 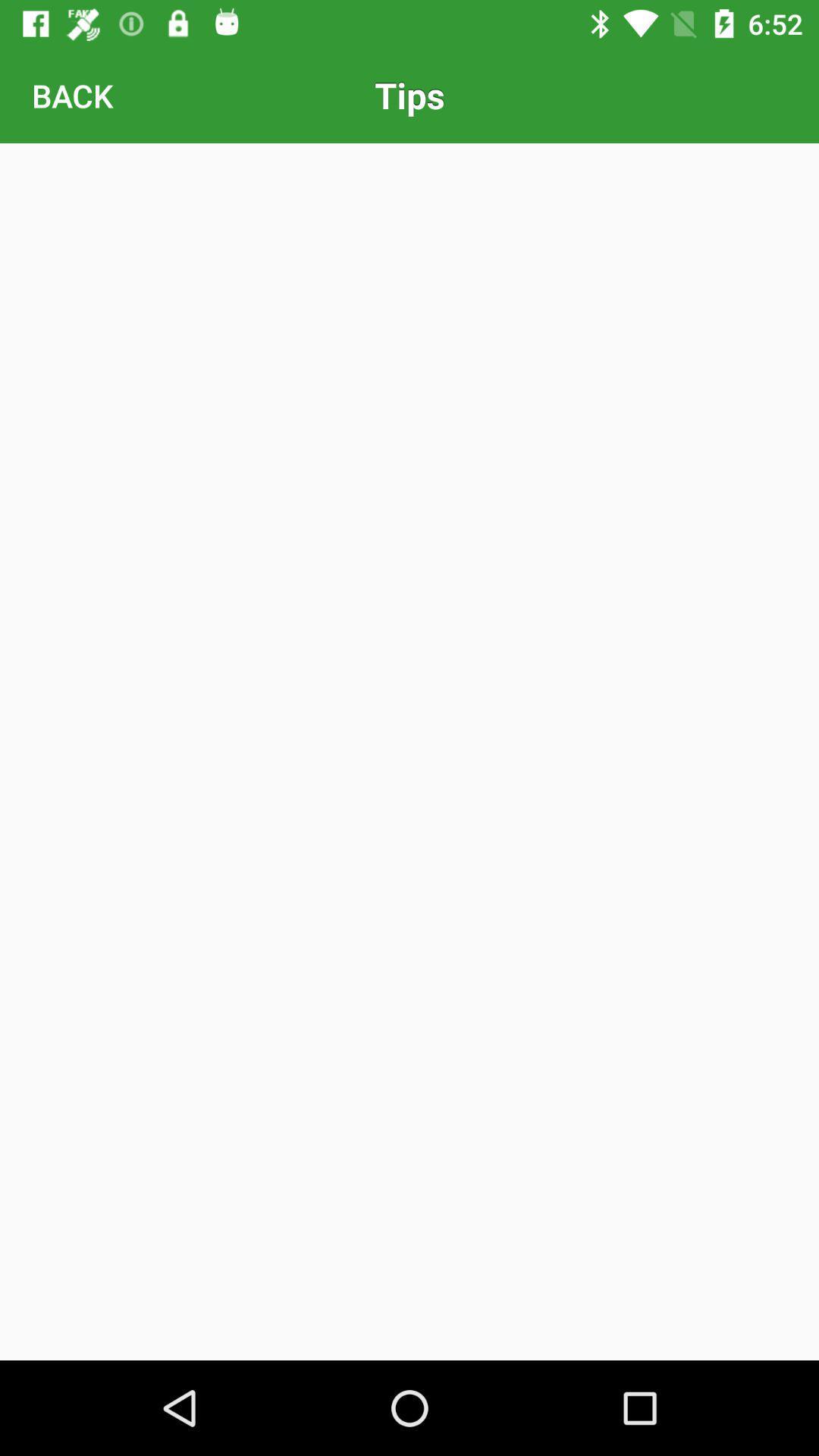 I want to click on the back item, so click(x=72, y=94).